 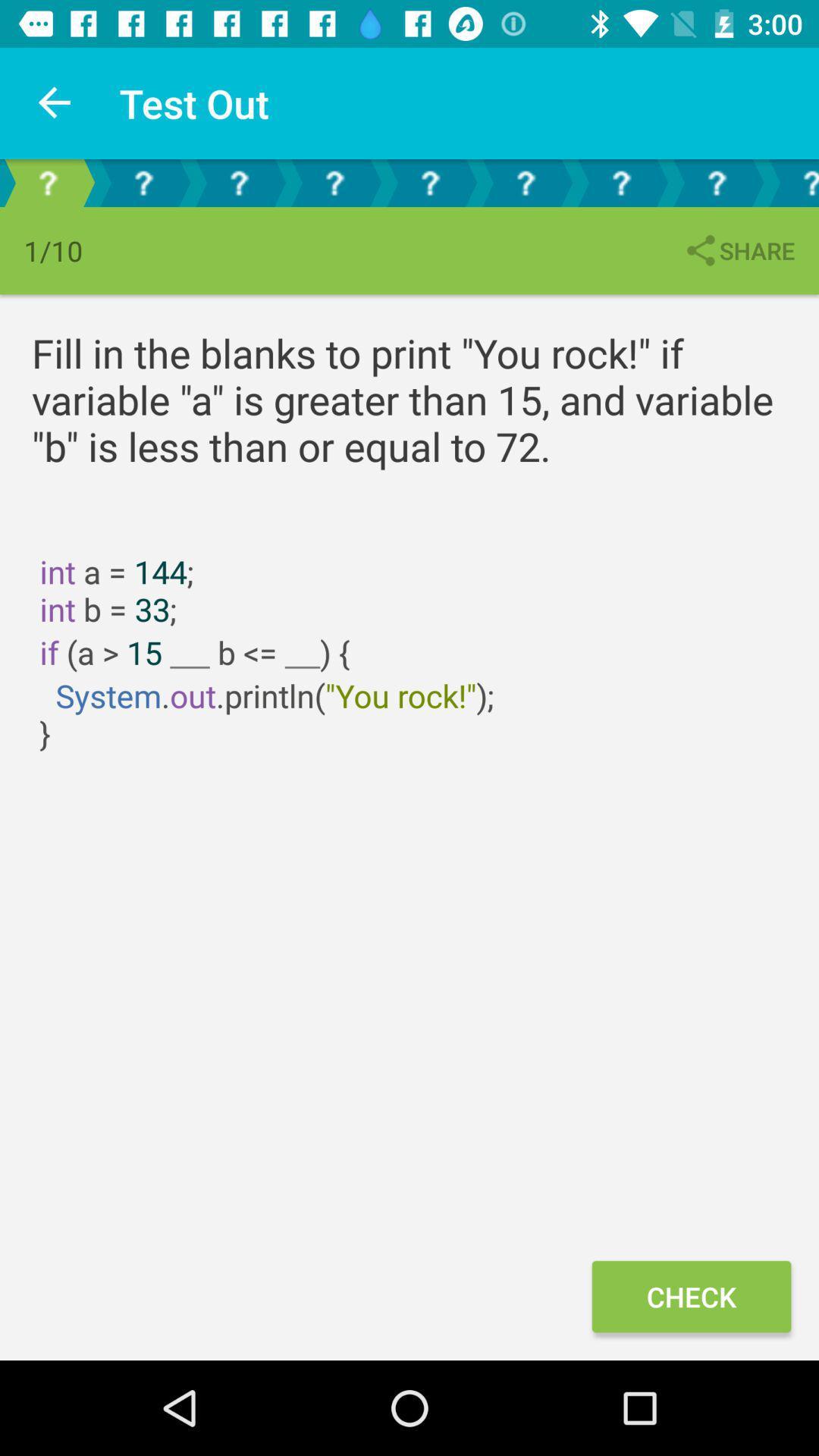 I want to click on the help icon, so click(x=46, y=182).